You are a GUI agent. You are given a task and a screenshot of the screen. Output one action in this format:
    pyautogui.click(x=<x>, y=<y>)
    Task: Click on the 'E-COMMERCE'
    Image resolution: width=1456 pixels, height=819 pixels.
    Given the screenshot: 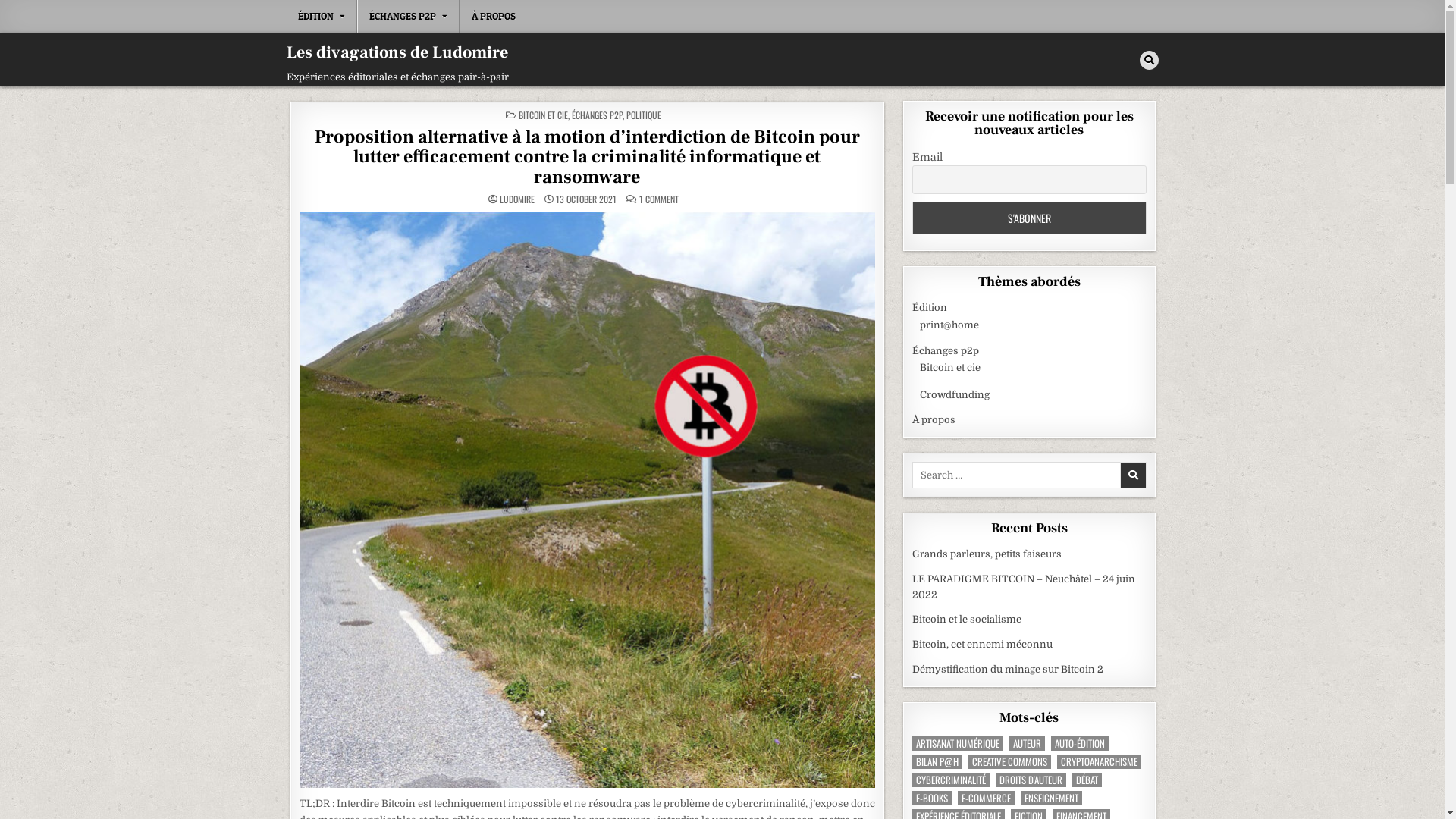 What is the action you would take?
    pyautogui.click(x=986, y=797)
    